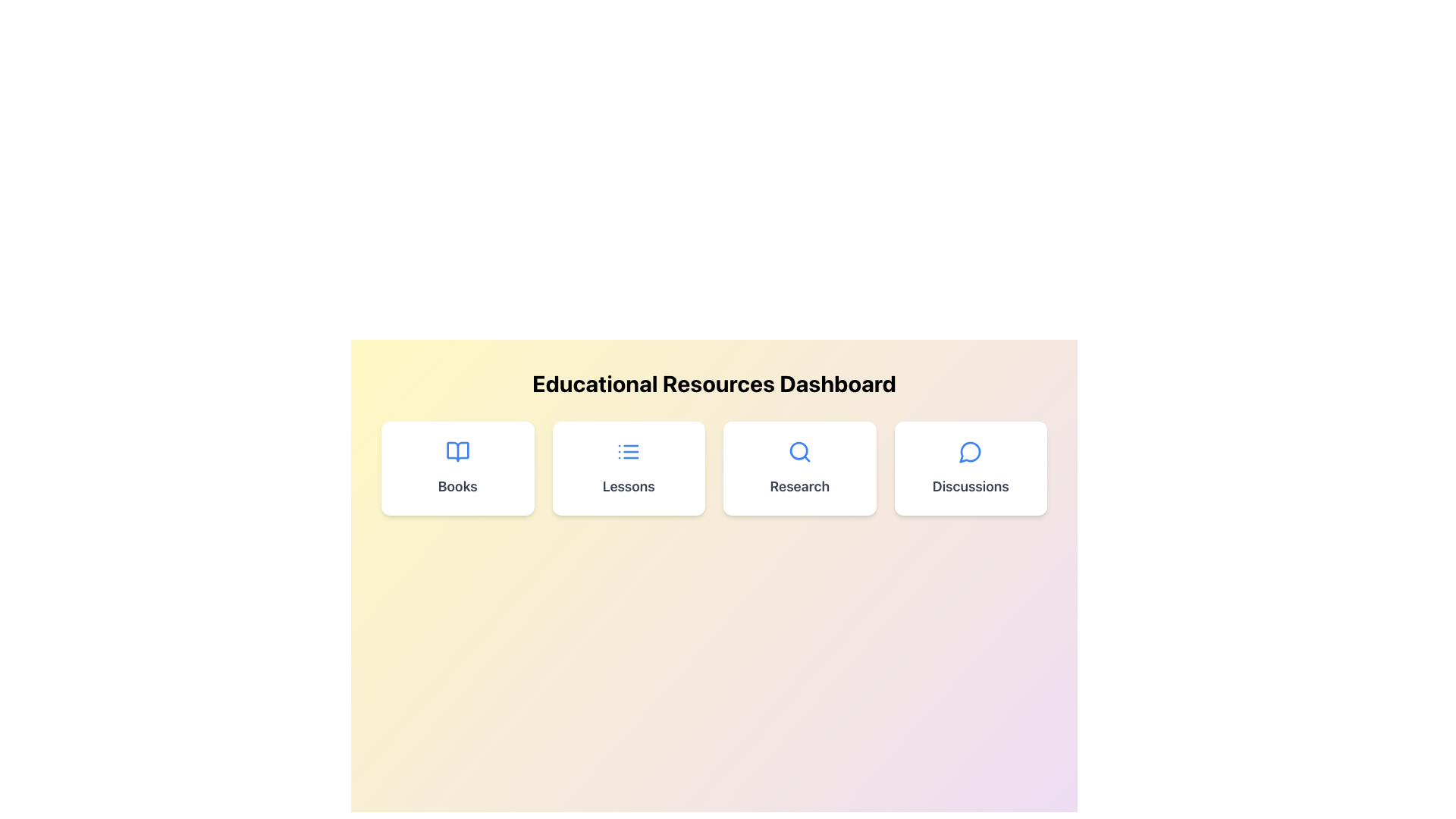  I want to click on text label 'Research' which is styled in a large font size, bold weight, and gray color, located at the bottom of the third card in a horizontal layout, so click(799, 486).